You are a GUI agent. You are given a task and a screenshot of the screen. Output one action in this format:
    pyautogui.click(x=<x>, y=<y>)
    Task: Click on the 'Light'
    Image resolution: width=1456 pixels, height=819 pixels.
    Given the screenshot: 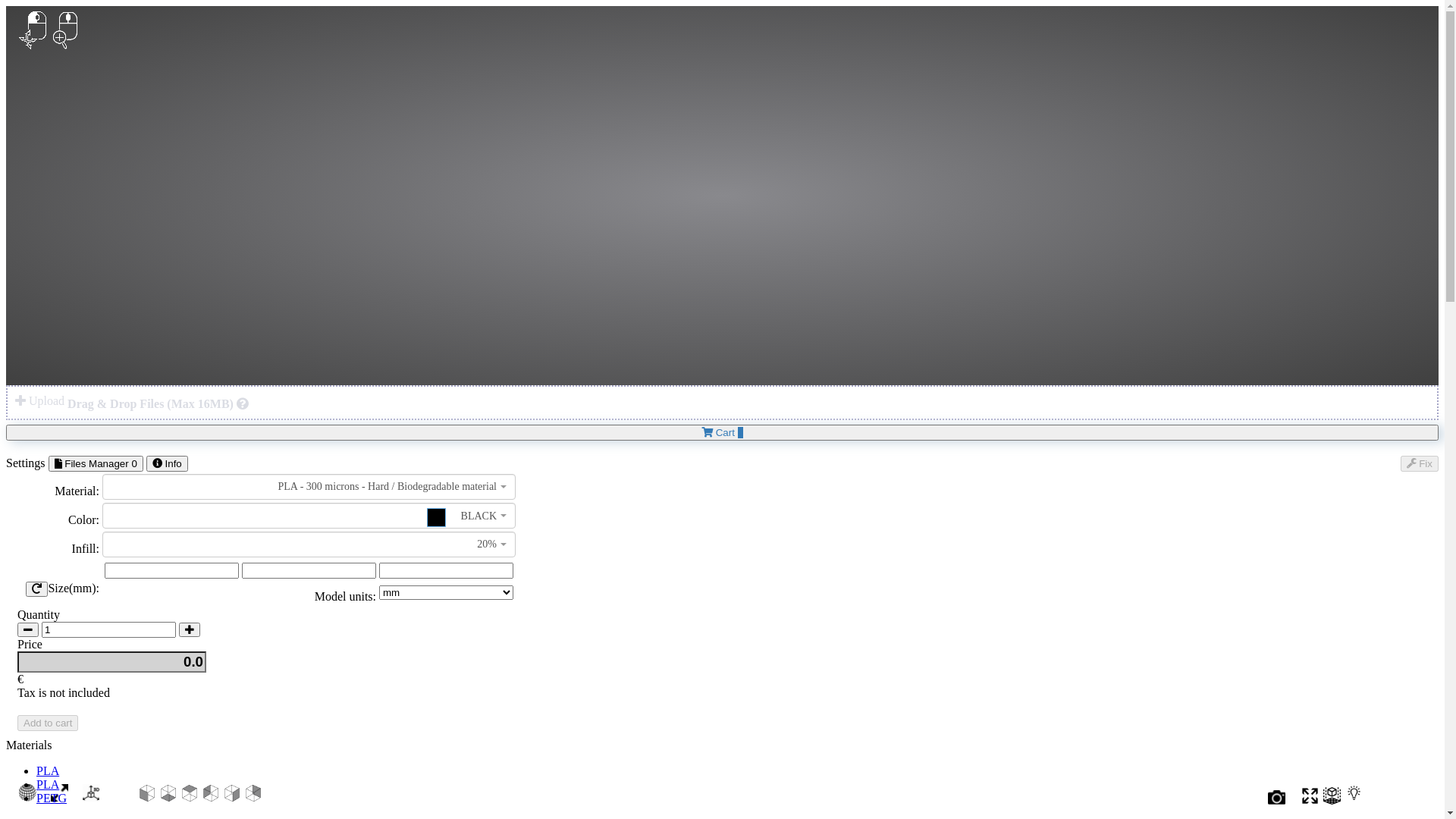 What is the action you would take?
    pyautogui.click(x=1354, y=799)
    